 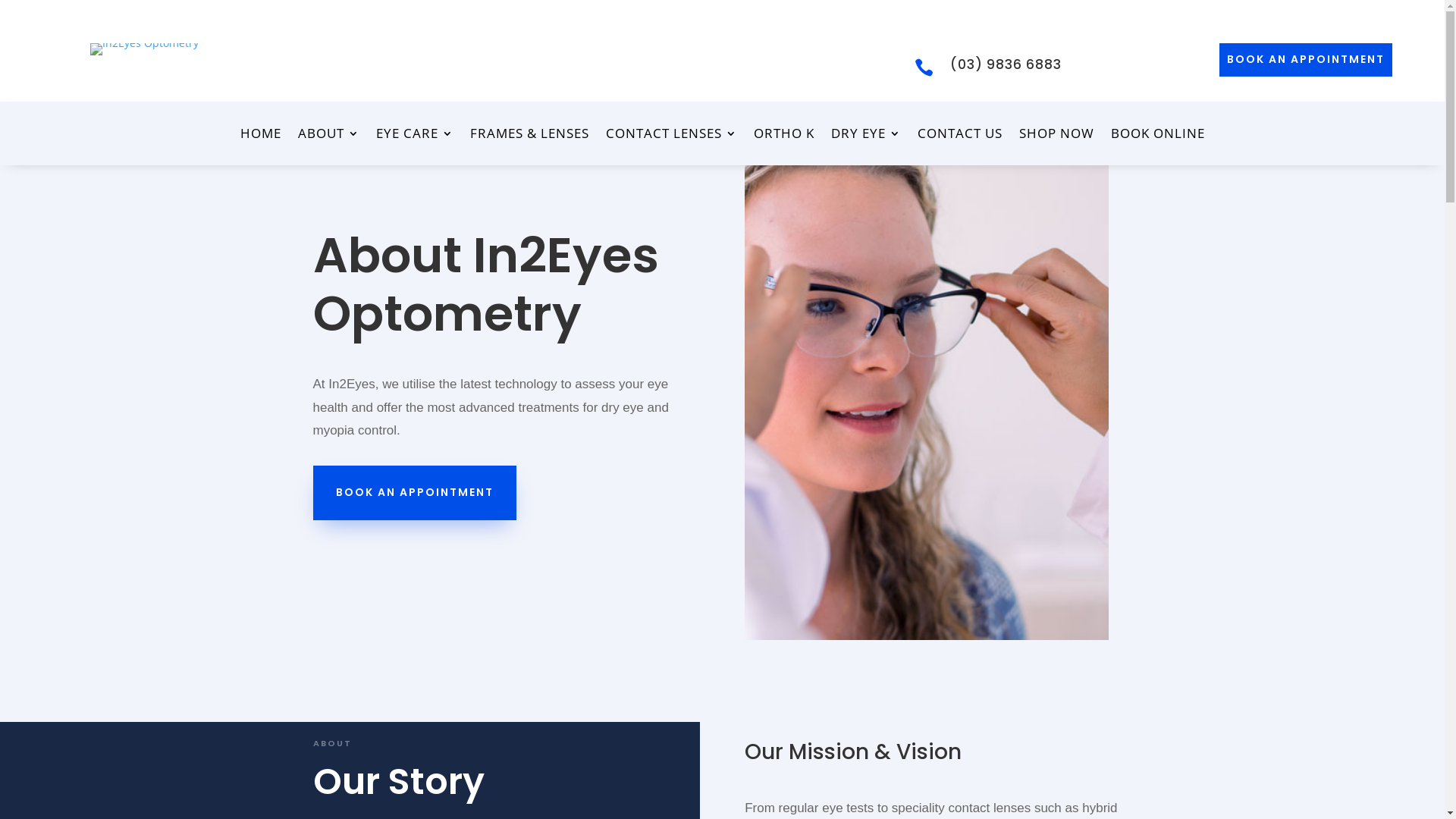 What do you see at coordinates (239, 136) in the screenshot?
I see `'HOME'` at bounding box center [239, 136].